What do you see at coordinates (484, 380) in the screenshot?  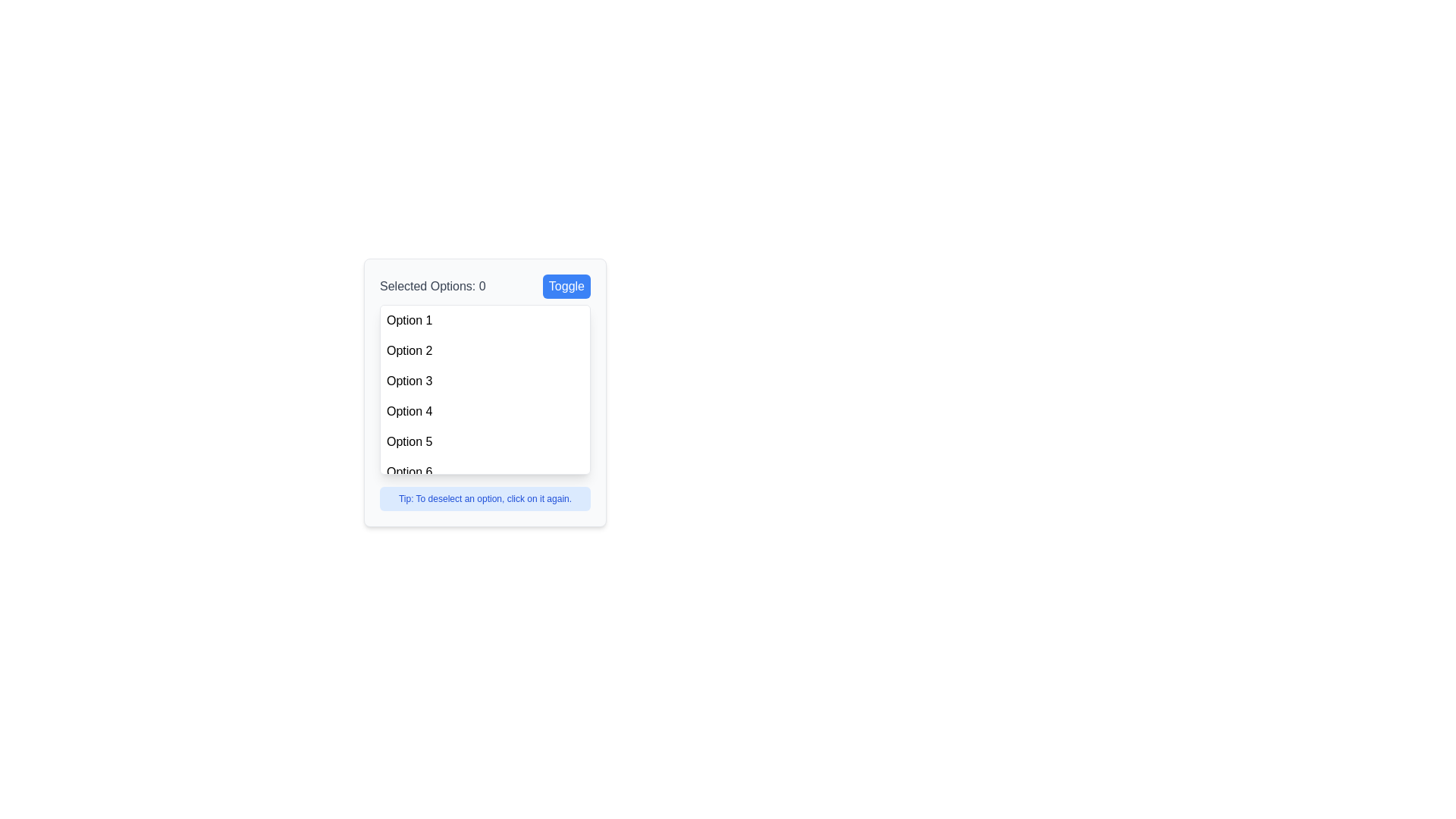 I see `the third selectable option in the dropdown menu` at bounding box center [484, 380].